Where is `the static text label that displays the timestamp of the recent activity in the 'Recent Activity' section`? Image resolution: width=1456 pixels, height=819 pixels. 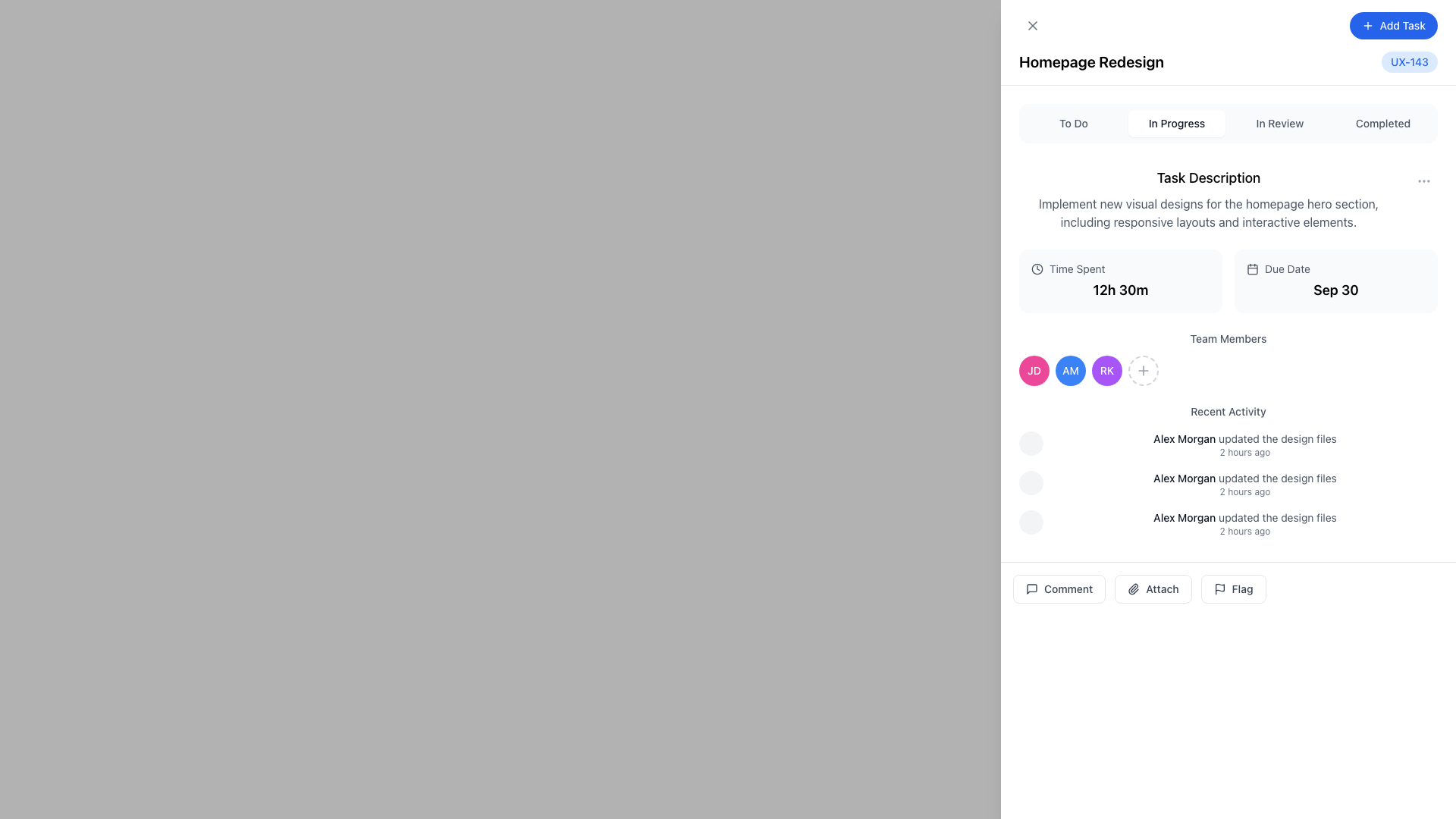
the static text label that displays the timestamp of the recent activity in the 'Recent Activity' section is located at coordinates (1244, 531).